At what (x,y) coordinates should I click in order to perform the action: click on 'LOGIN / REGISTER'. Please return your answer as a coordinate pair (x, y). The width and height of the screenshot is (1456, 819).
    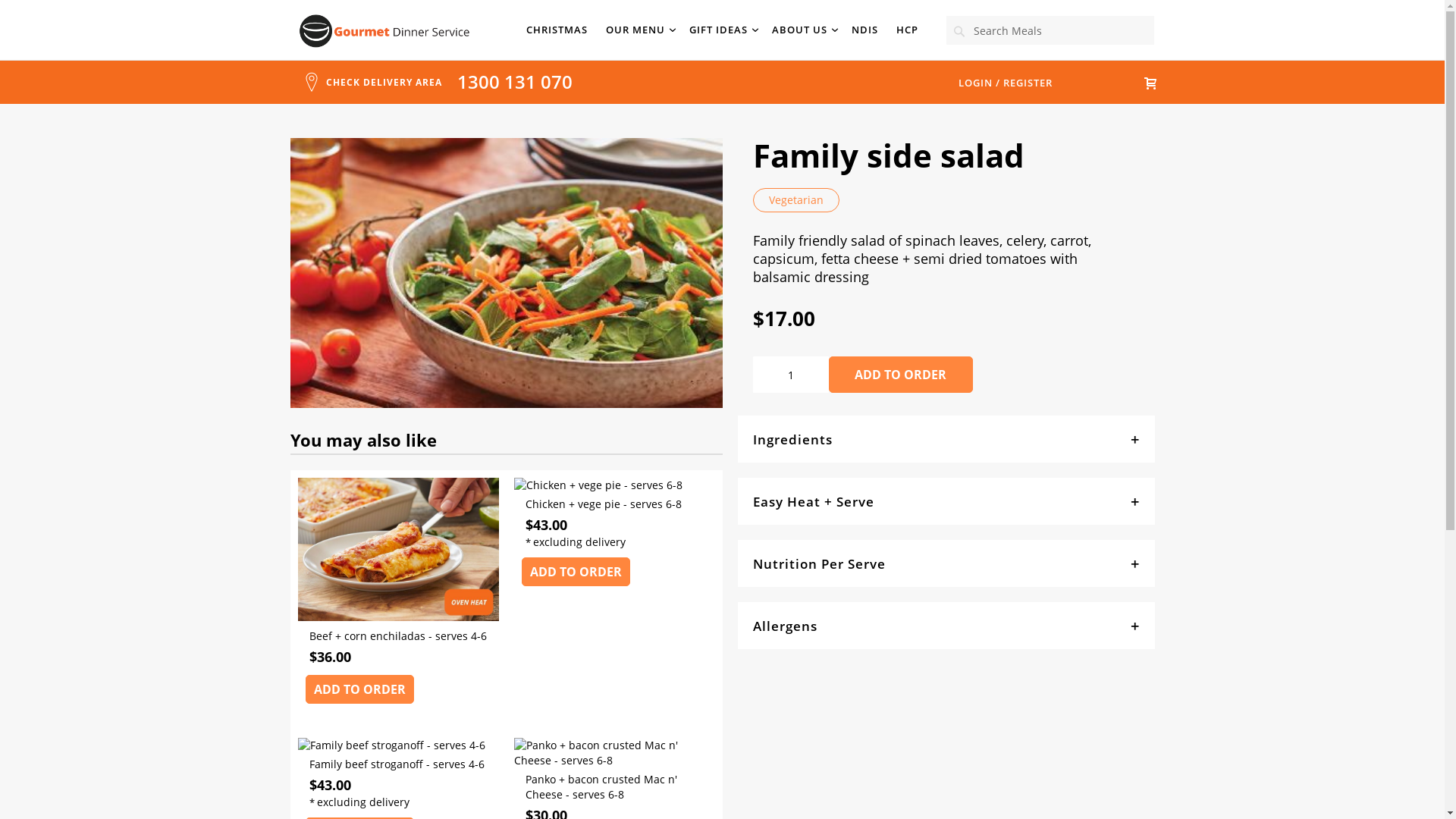
    Looking at the image, I should click on (1006, 82).